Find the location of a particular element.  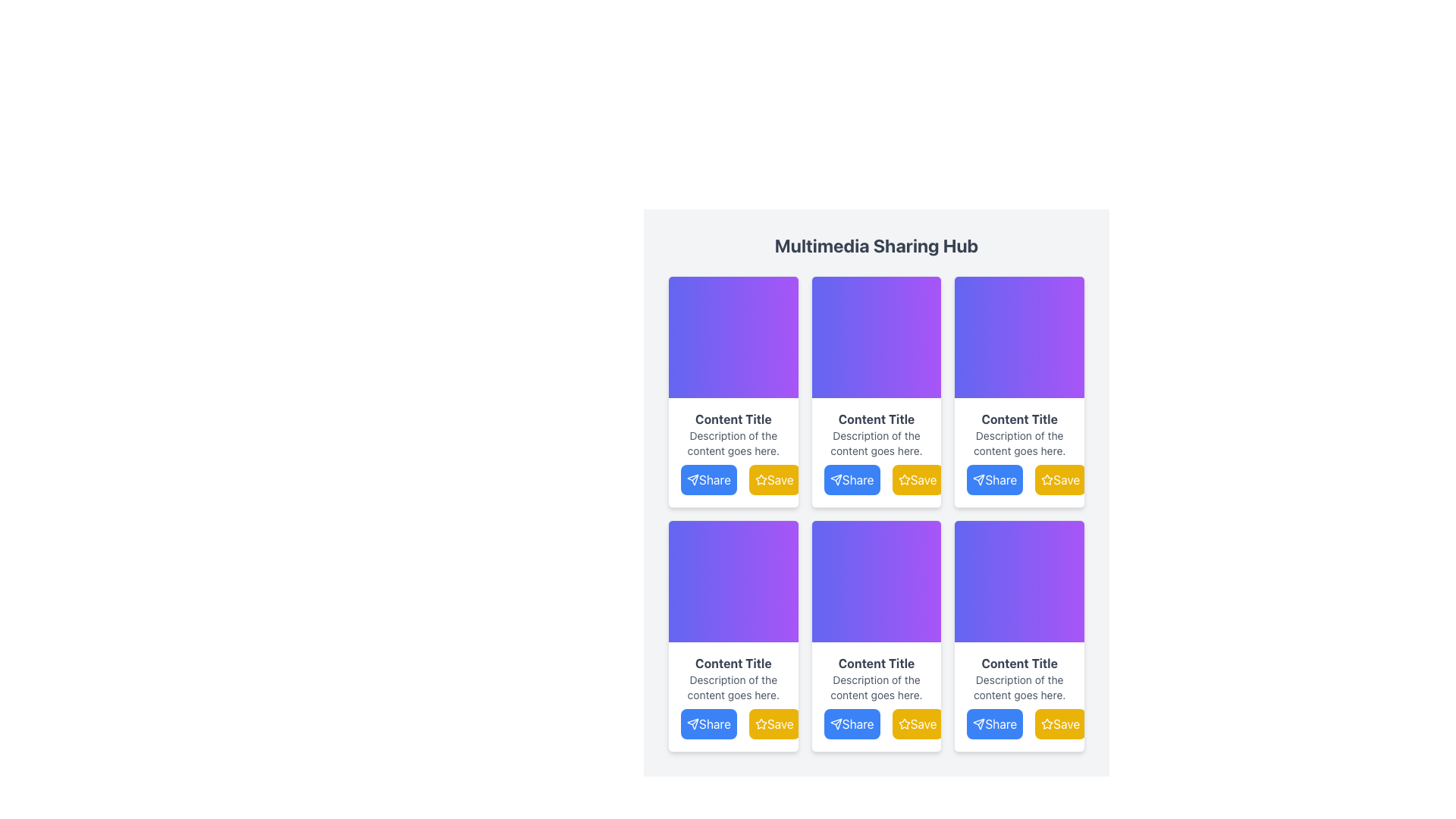

the triangular 'Share' icon which resembles a paper airplane is located at coordinates (835, 723).